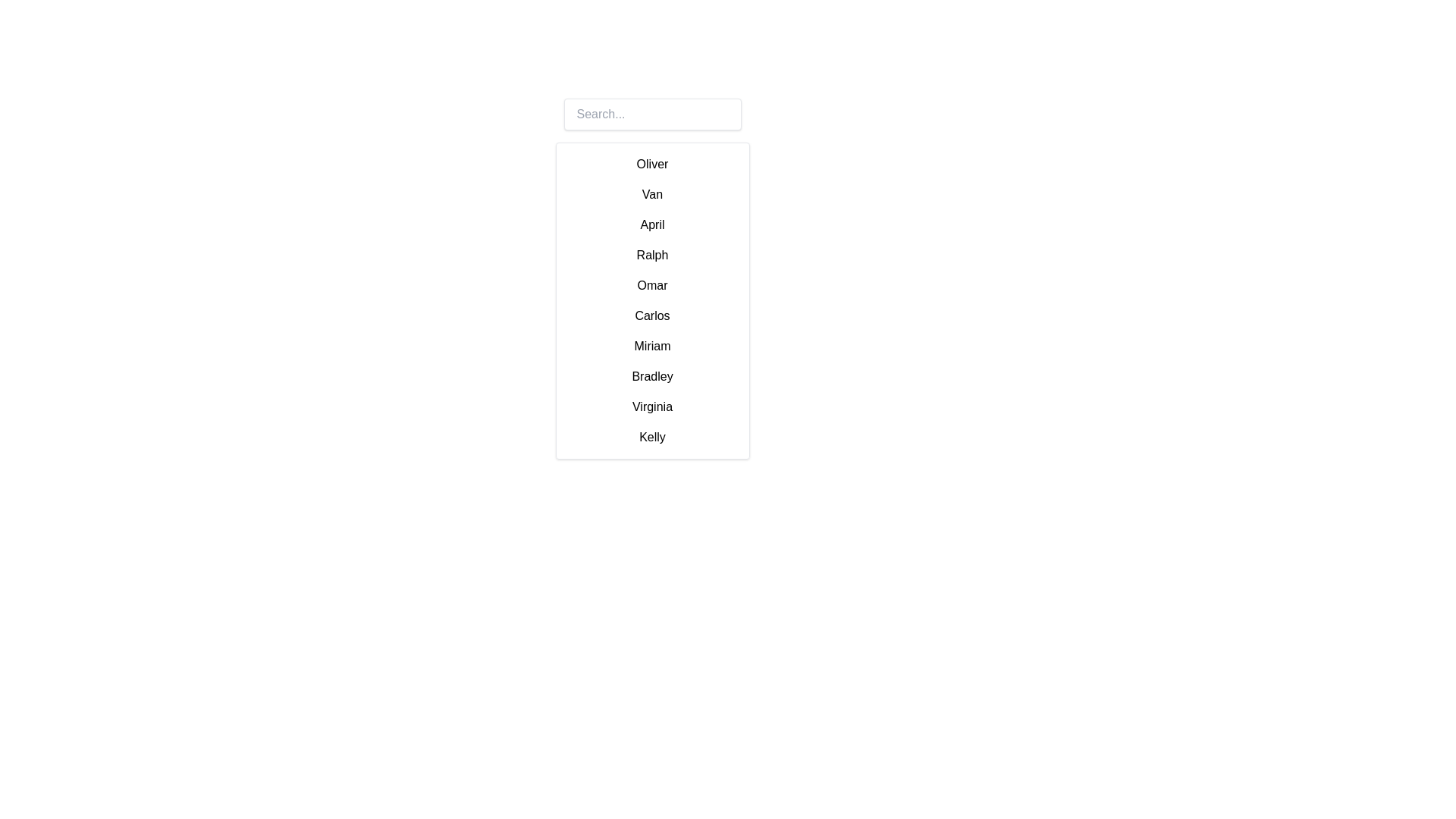 The height and width of the screenshot is (819, 1456). What do you see at coordinates (652, 286) in the screenshot?
I see `the fifth list item displaying the word 'Omar'` at bounding box center [652, 286].